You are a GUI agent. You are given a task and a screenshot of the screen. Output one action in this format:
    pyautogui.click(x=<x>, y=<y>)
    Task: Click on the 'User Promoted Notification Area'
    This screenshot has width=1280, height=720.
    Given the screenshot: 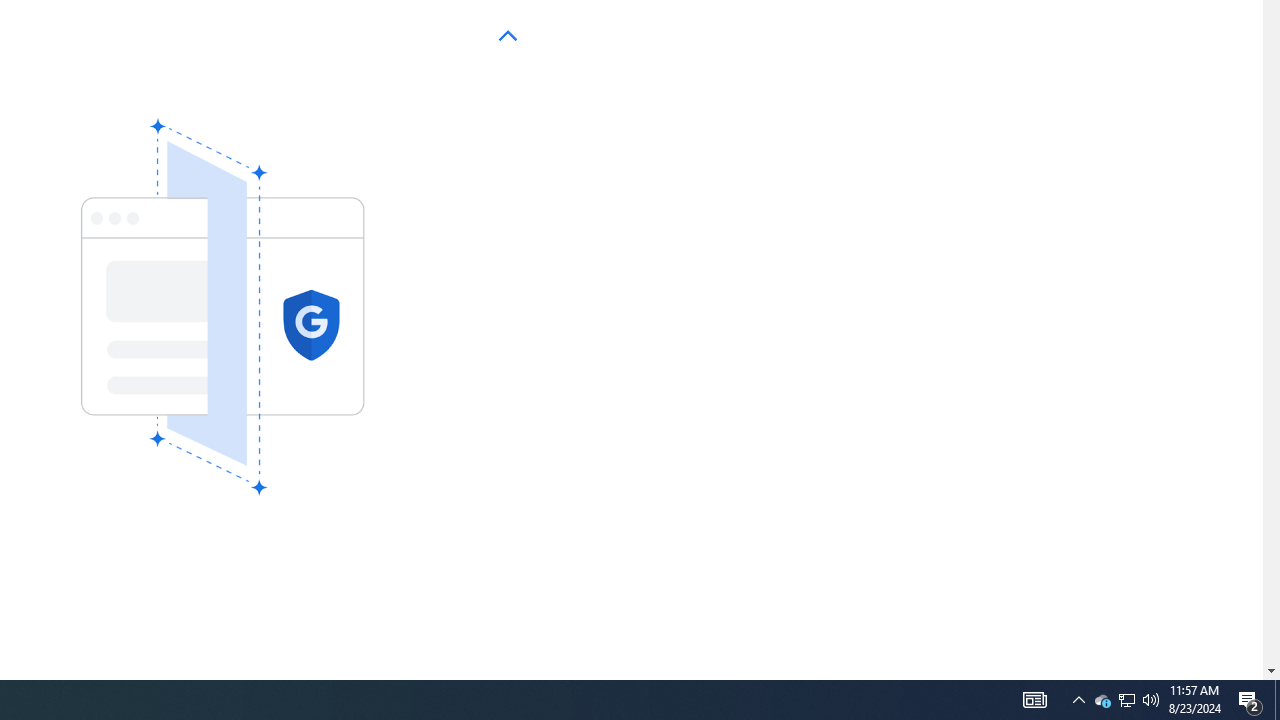 What is the action you would take?
    pyautogui.click(x=1151, y=698)
    